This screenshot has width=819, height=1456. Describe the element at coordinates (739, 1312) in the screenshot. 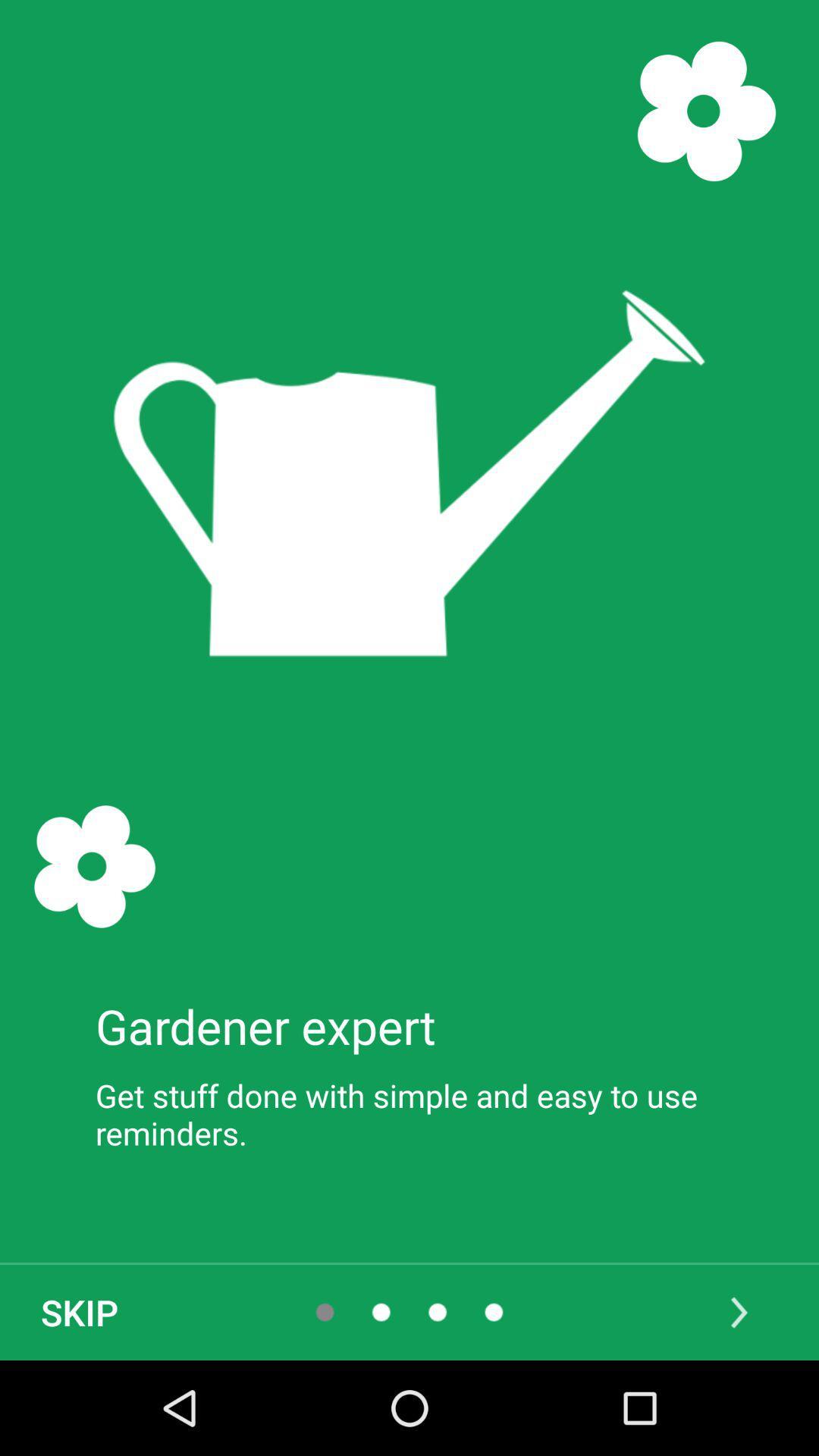

I see `icon at the bottom right corner` at that location.